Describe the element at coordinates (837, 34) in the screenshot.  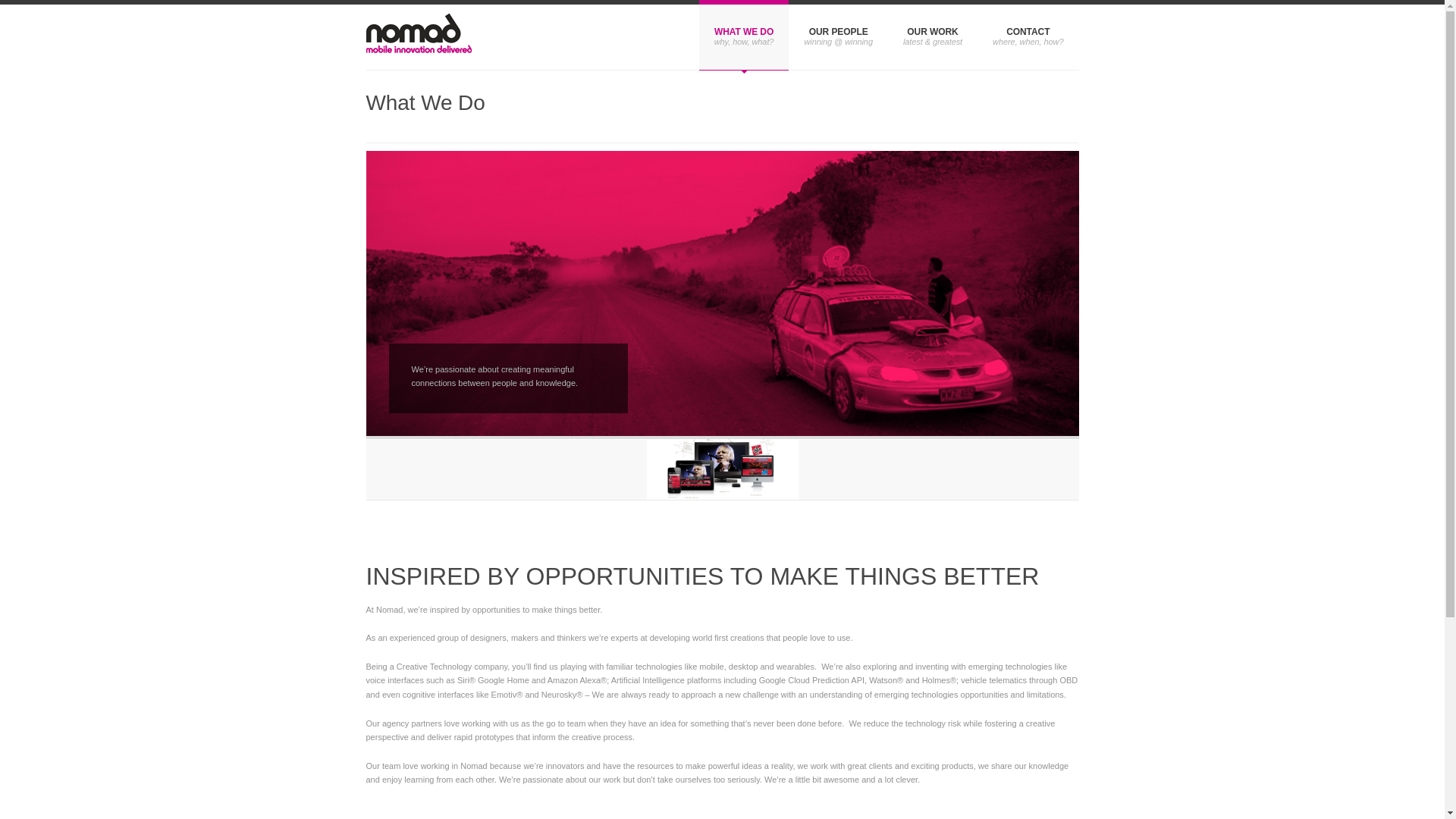
I see `'OUR PEOPLE'` at that location.